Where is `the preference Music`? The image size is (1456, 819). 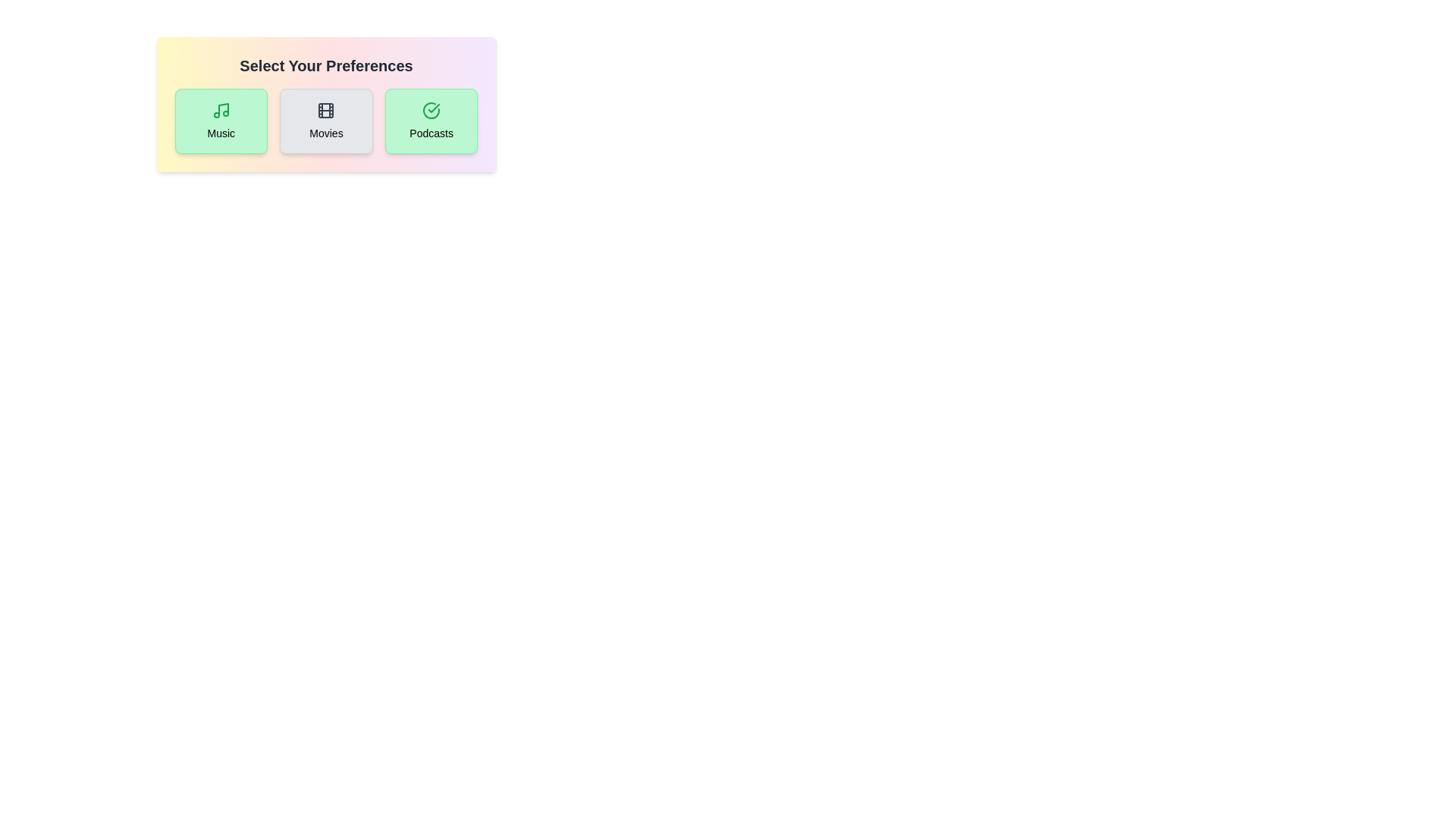 the preference Music is located at coordinates (220, 120).